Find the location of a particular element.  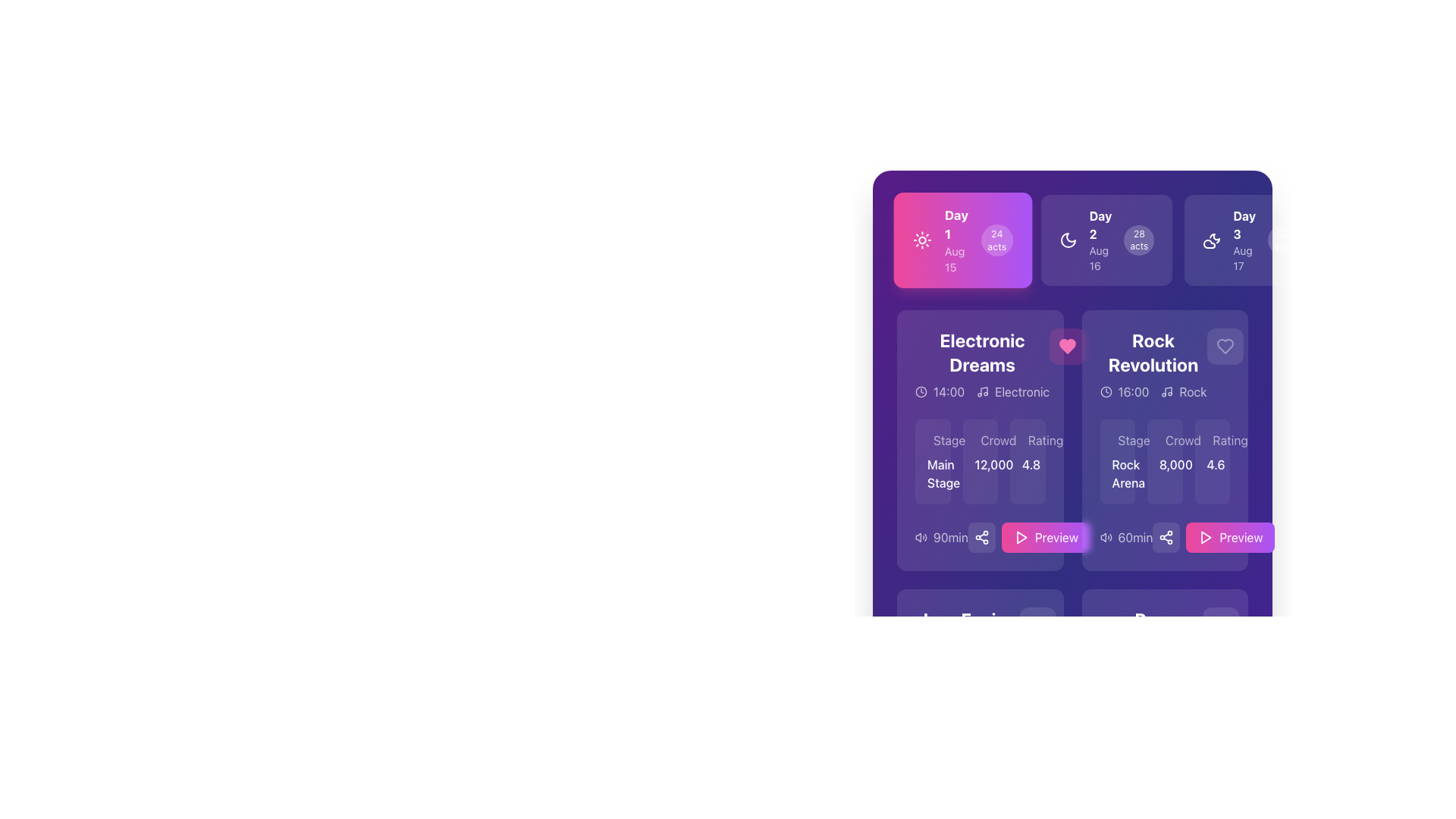

the 'Day 3' button, which is the third button in a sequence of similar buttons arranged horizontally is located at coordinates (1250, 239).